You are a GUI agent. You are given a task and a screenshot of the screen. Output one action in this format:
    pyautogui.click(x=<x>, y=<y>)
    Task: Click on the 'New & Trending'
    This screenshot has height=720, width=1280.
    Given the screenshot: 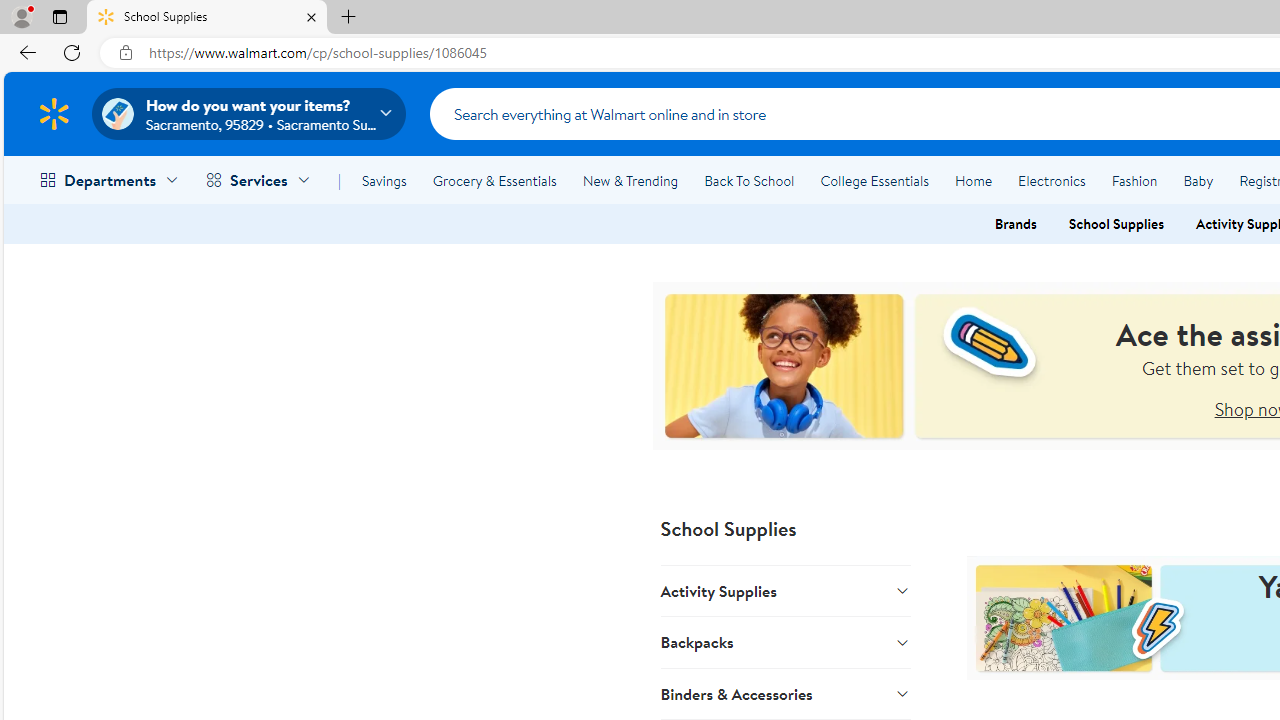 What is the action you would take?
    pyautogui.click(x=630, y=181)
    